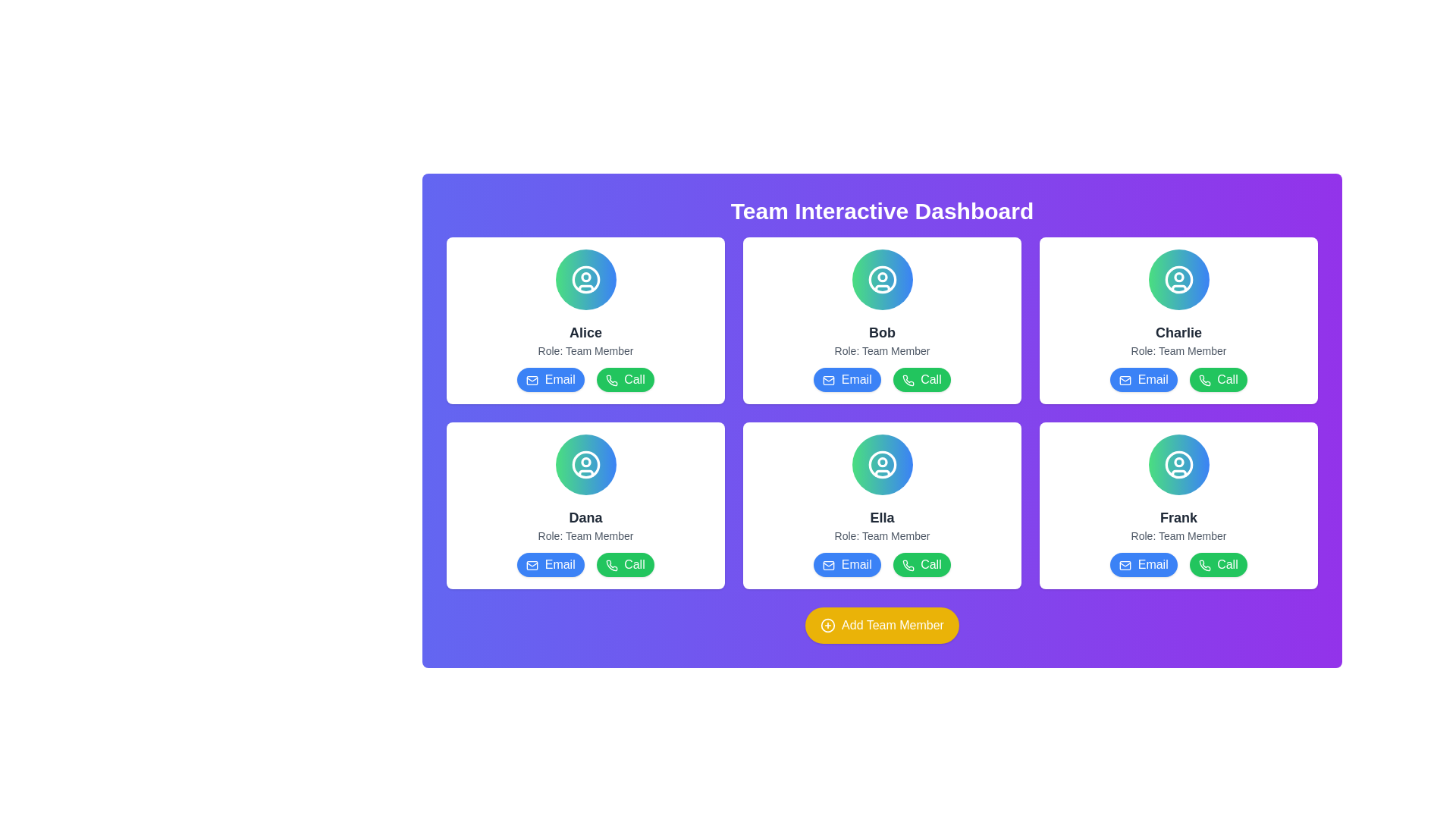 The height and width of the screenshot is (819, 1456). Describe the element at coordinates (882, 320) in the screenshot. I see `the Profile card displaying information for the team member named Bob, located in the center column of the top row in the grid layout` at that location.